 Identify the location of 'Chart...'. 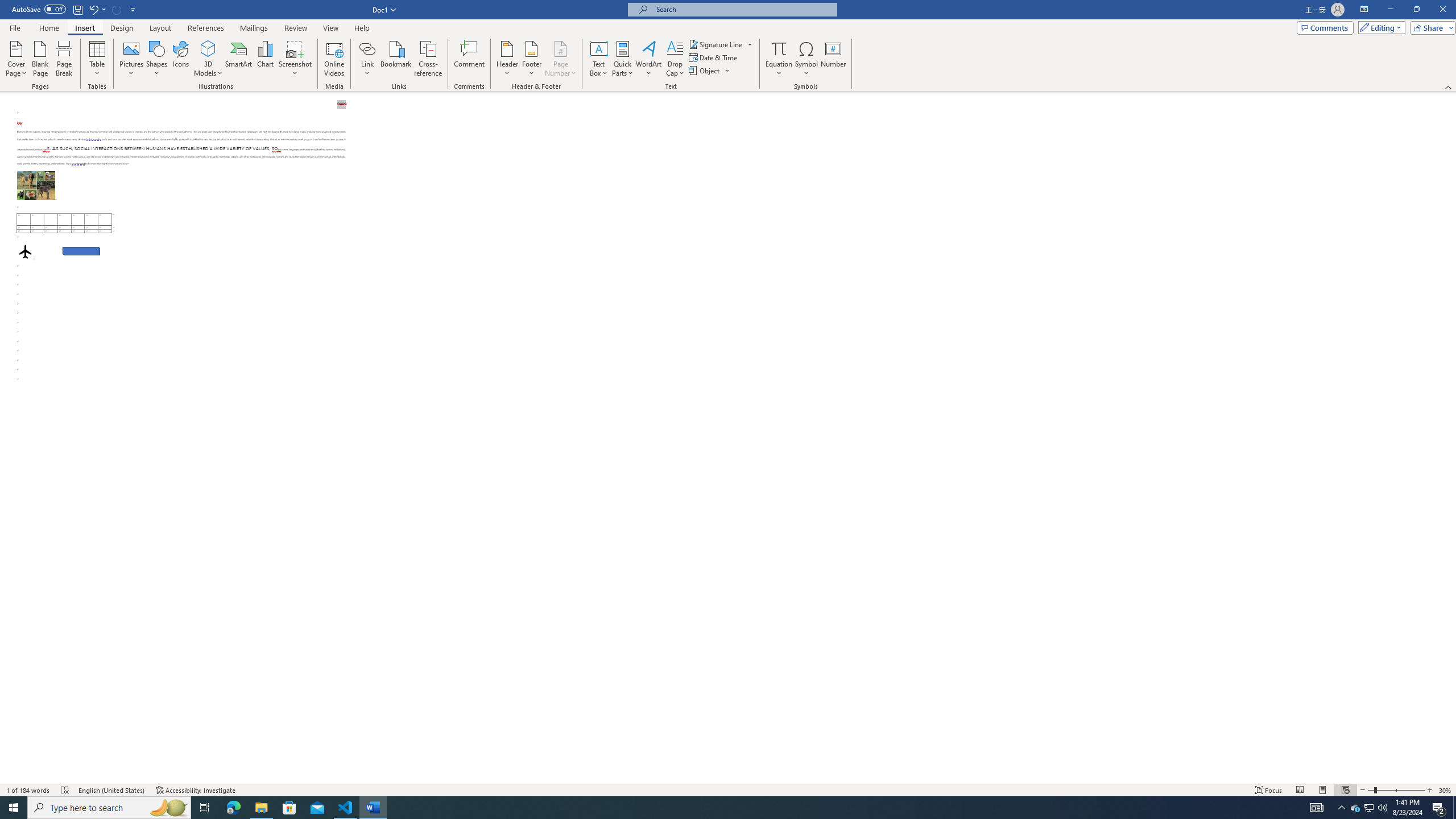
(265, 59).